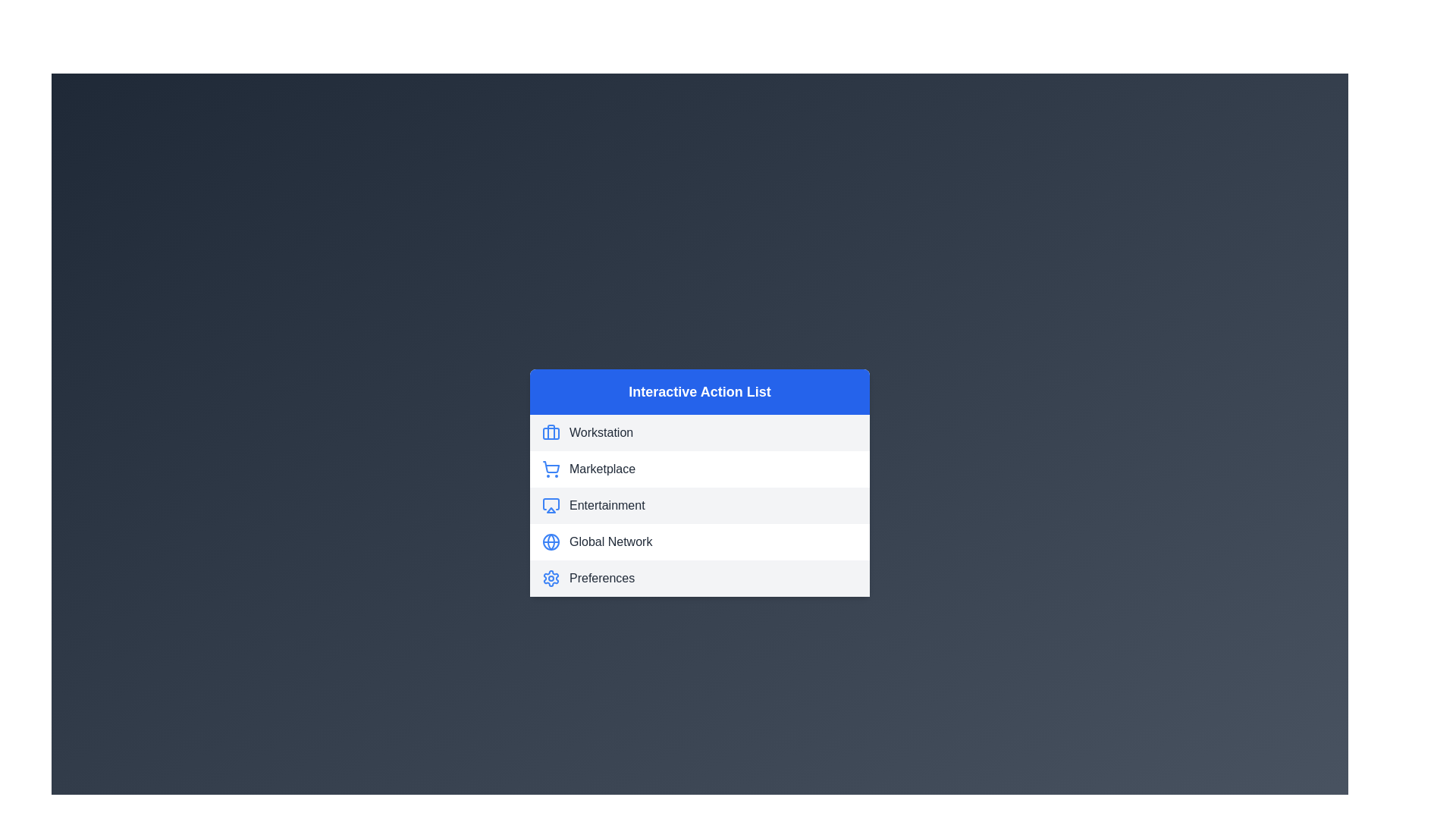 The width and height of the screenshot is (1456, 819). Describe the element at coordinates (610, 541) in the screenshot. I see `the 'Global Network' text label which indicates the corresponding menu option, positioned between 'Entertainment' and 'Preferences' in the fourth row of the vertical list` at that location.